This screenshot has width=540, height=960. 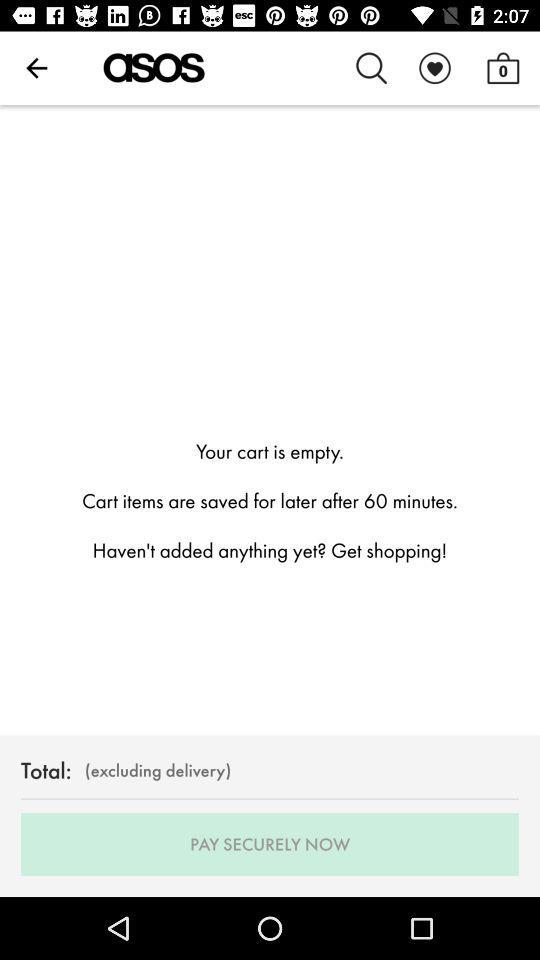 I want to click on pay securely now icon, so click(x=270, y=843).